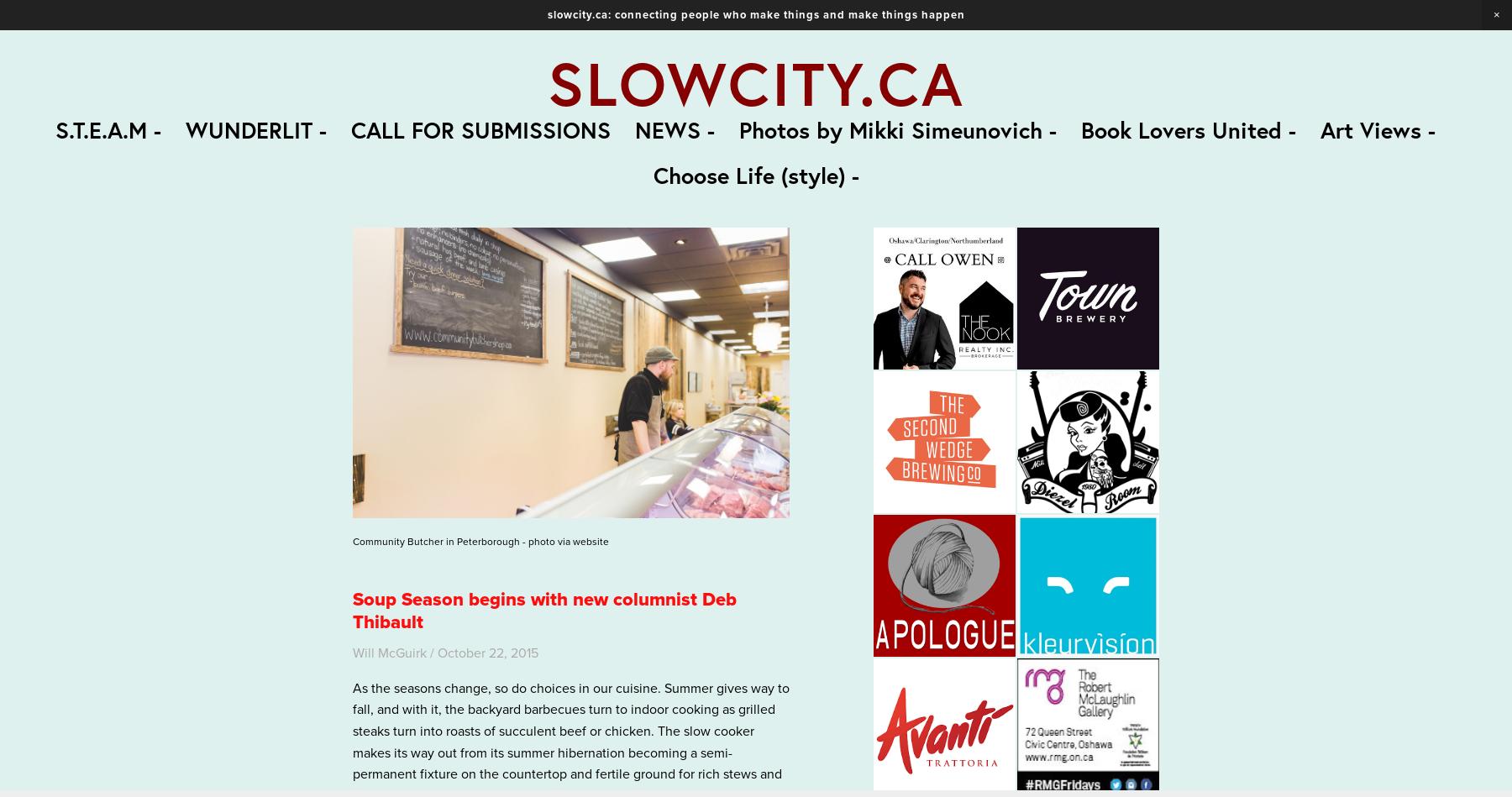 This screenshot has width=1512, height=797. I want to click on 'Soup Season begins with new columnist Deb Thibault', so click(544, 610).